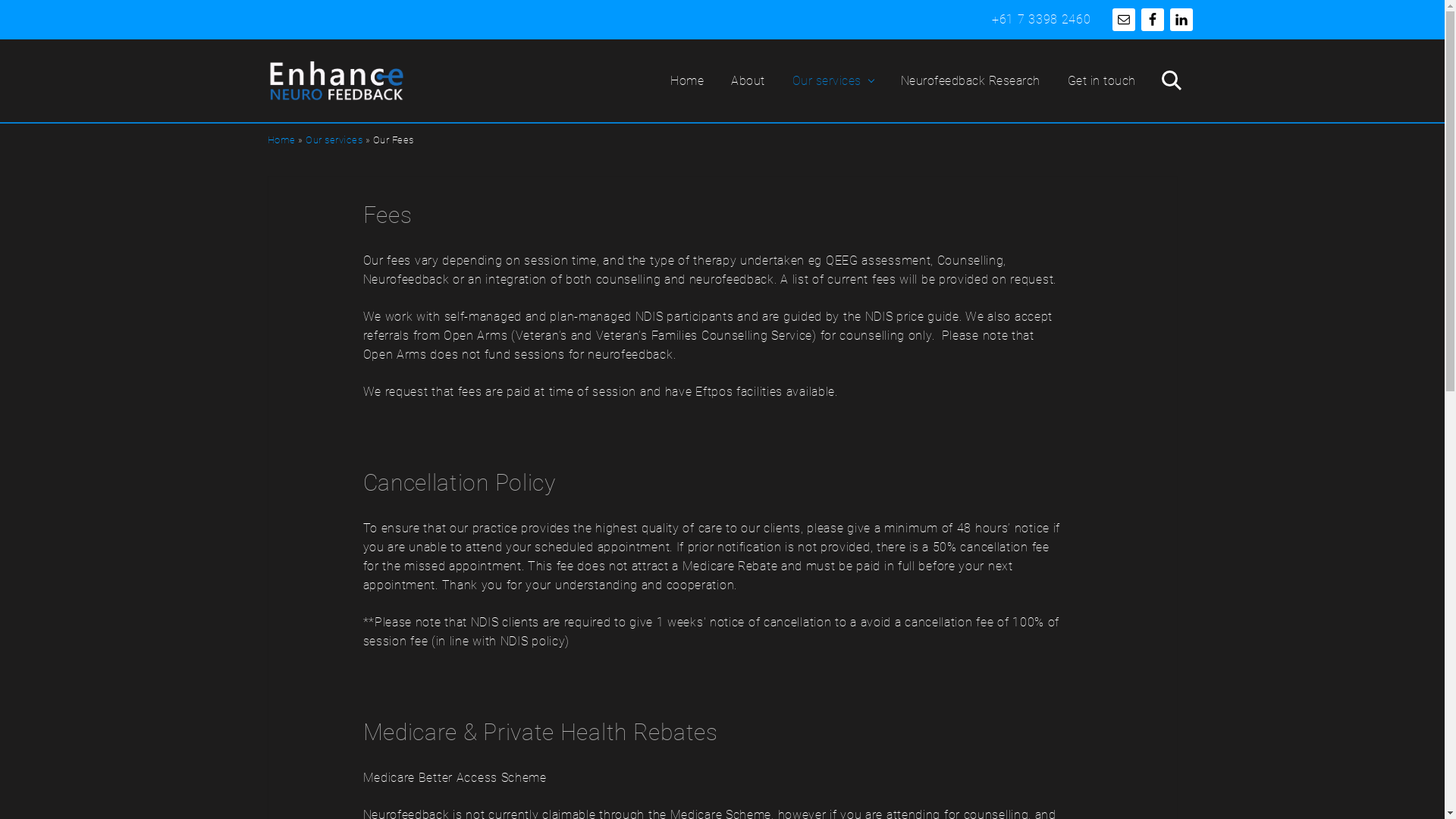 The image size is (1456, 819). Describe the element at coordinates (971, 80) in the screenshot. I see `'Neurofeedback Research'` at that location.